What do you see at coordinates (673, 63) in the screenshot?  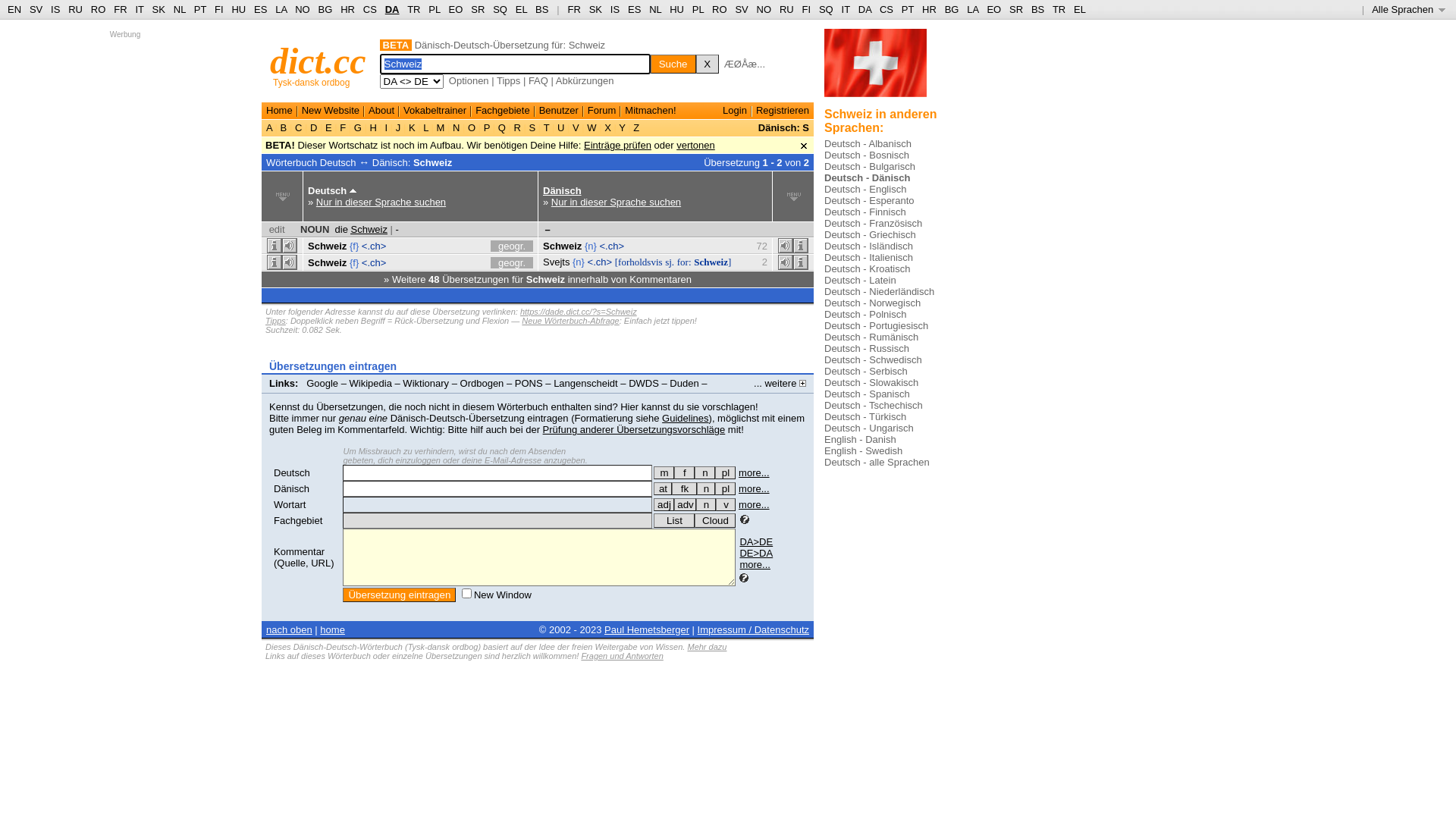 I see `'Suche'` at bounding box center [673, 63].